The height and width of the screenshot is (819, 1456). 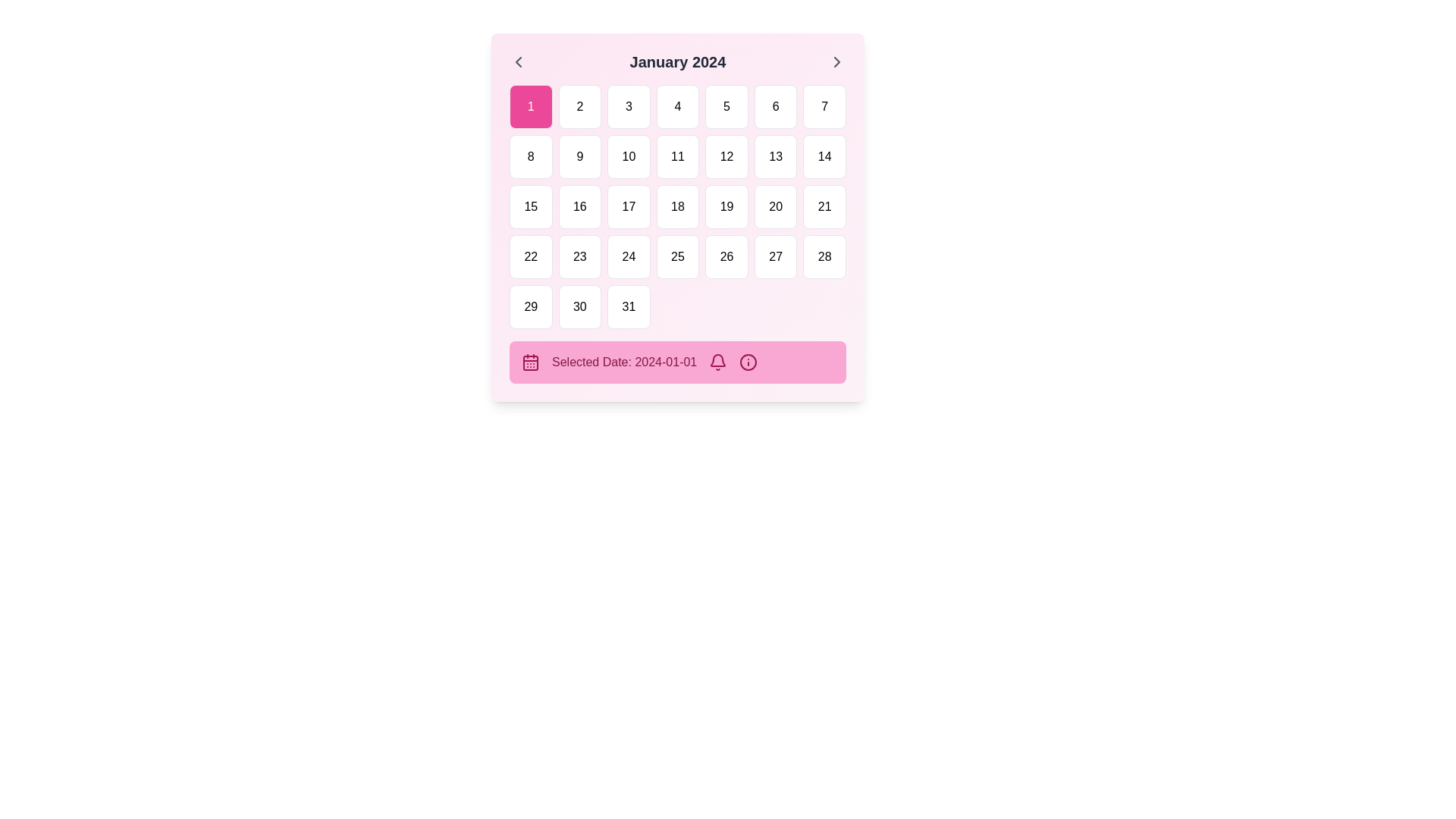 I want to click on the square tile button displaying the centered black text '27', so click(x=776, y=256).